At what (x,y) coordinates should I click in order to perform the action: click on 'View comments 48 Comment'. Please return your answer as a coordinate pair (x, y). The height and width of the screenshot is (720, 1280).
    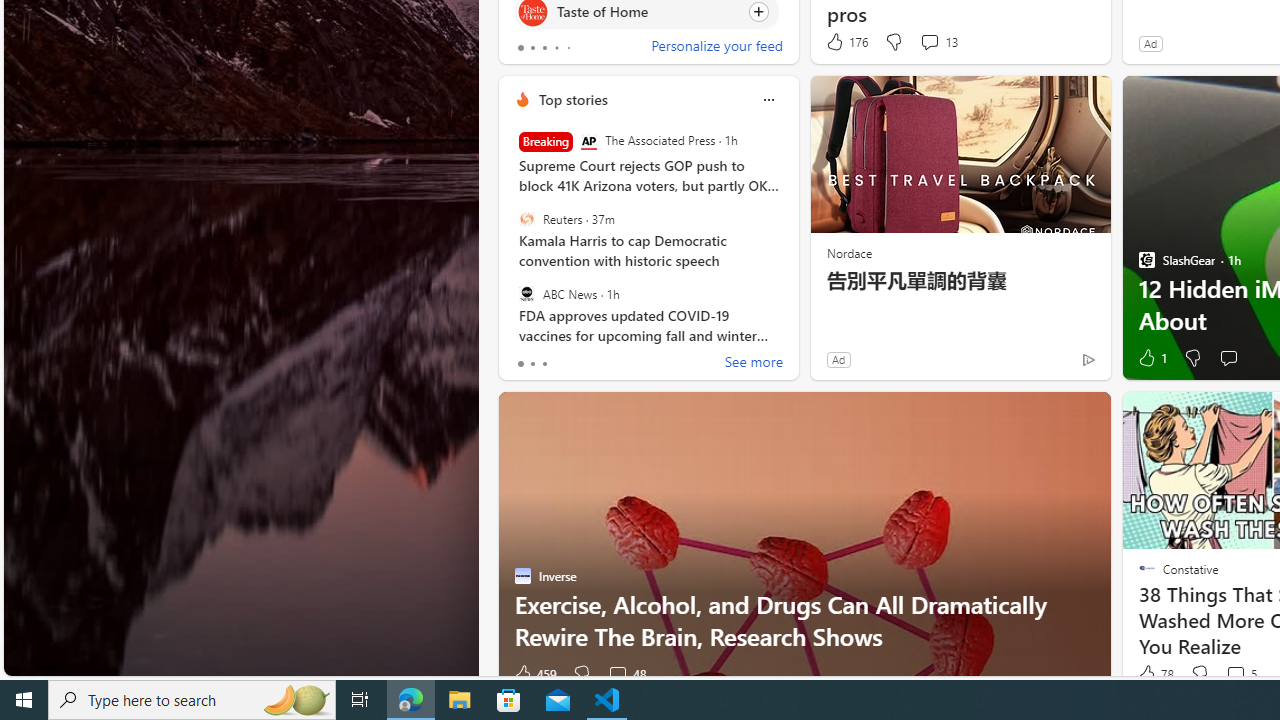
    Looking at the image, I should click on (625, 674).